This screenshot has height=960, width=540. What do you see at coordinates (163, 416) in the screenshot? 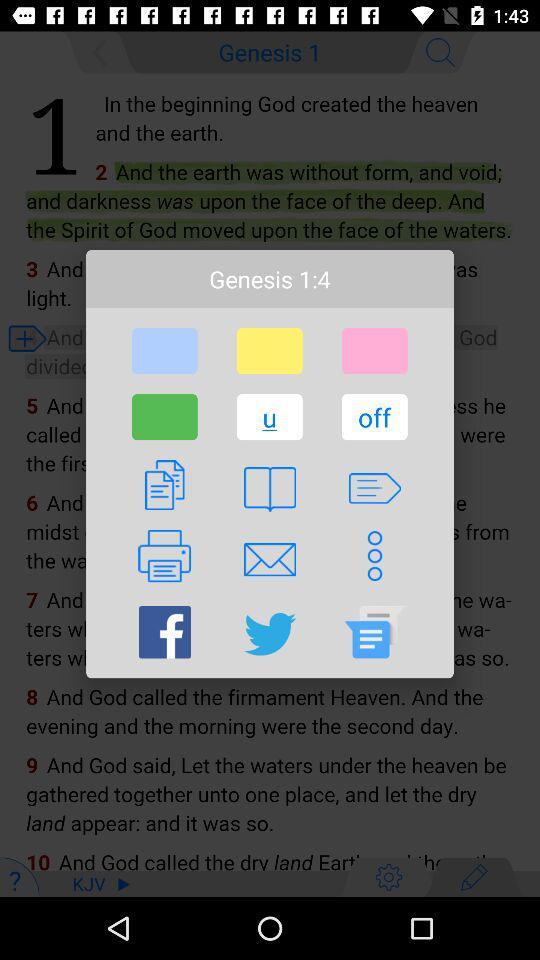
I see `item to the left of u button` at bounding box center [163, 416].